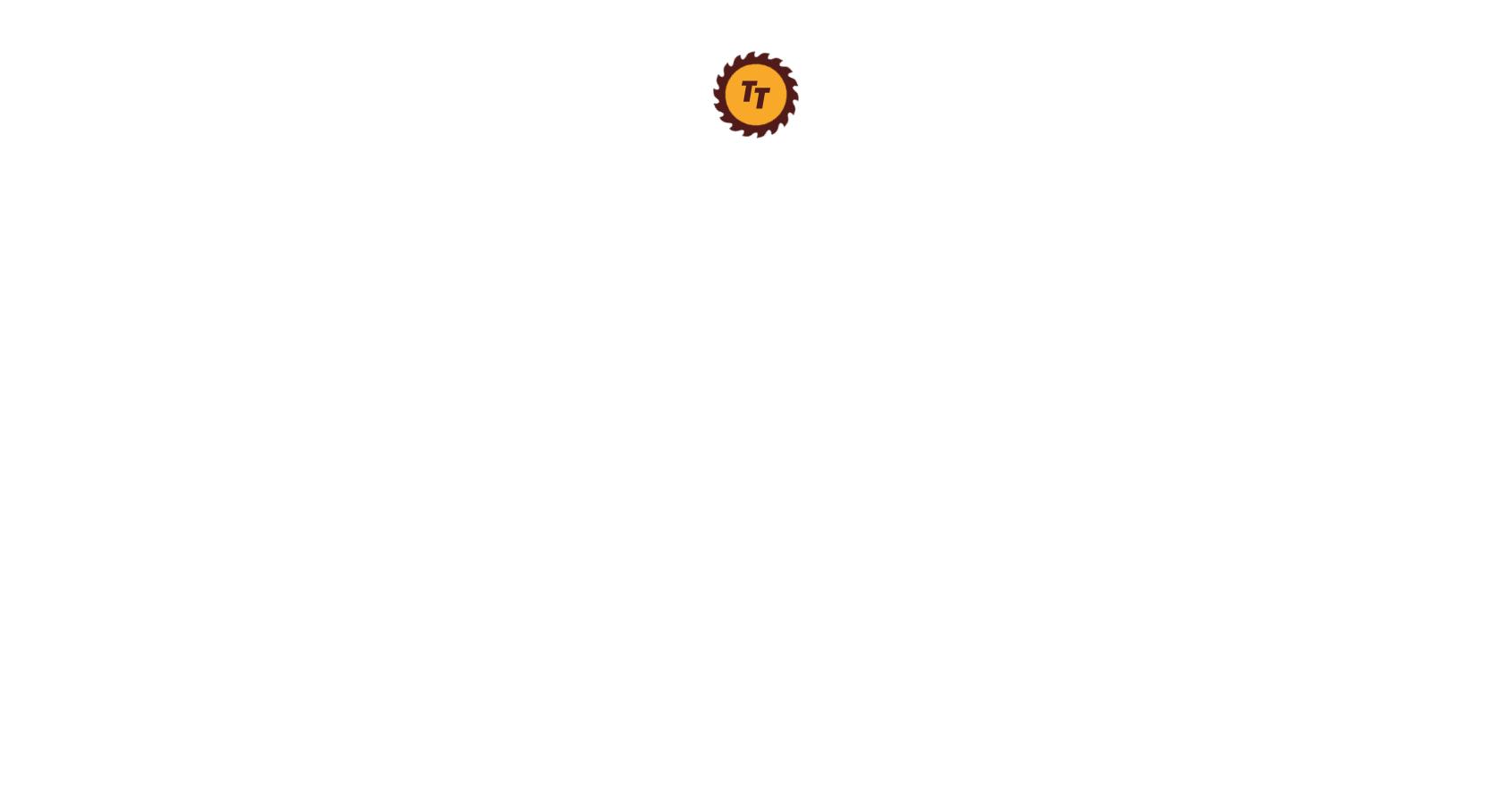 This screenshot has height=799, width=1512. I want to click on 'Long Nose Pliers', so click(353, 123).